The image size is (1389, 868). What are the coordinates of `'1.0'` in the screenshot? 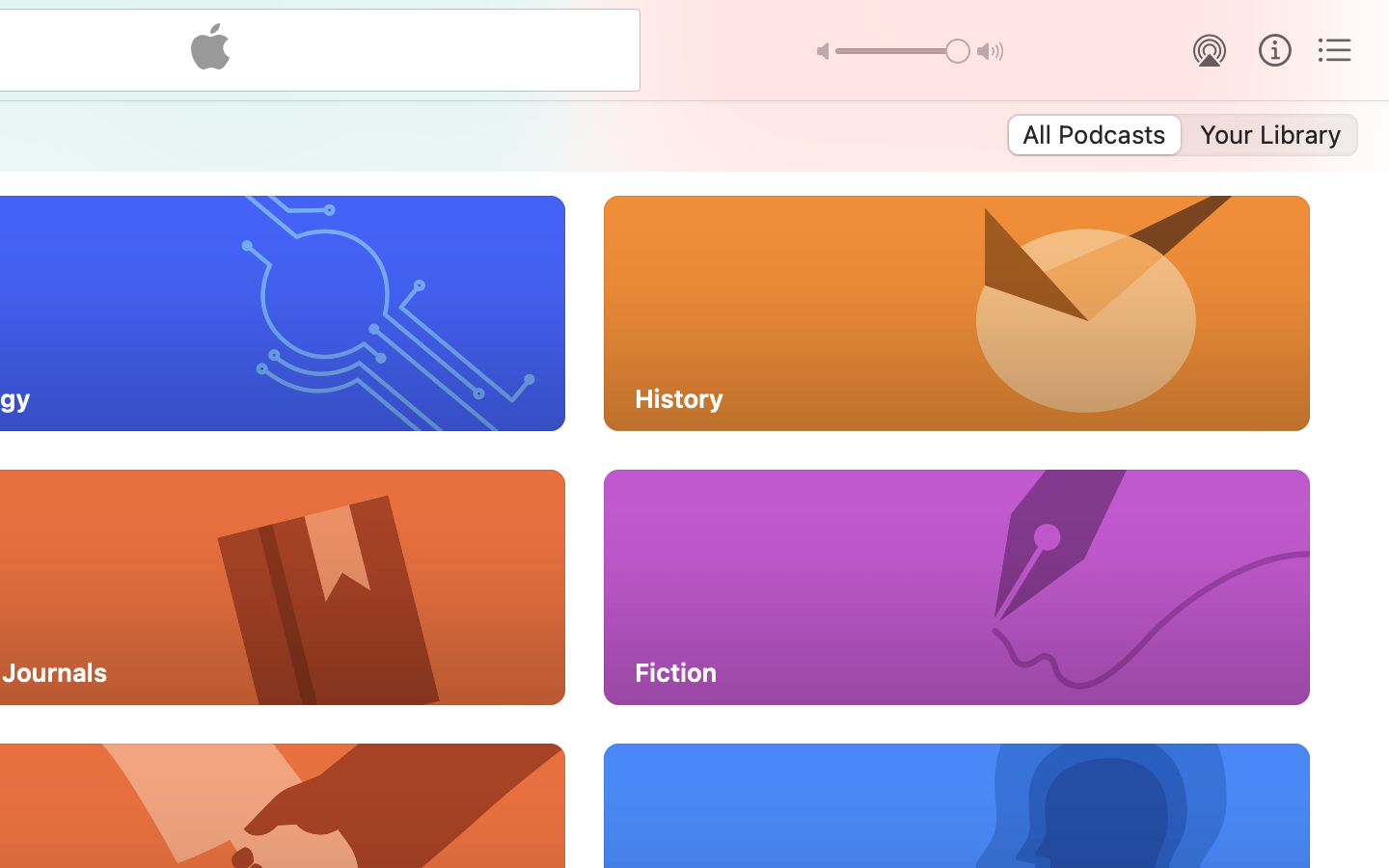 It's located at (903, 50).